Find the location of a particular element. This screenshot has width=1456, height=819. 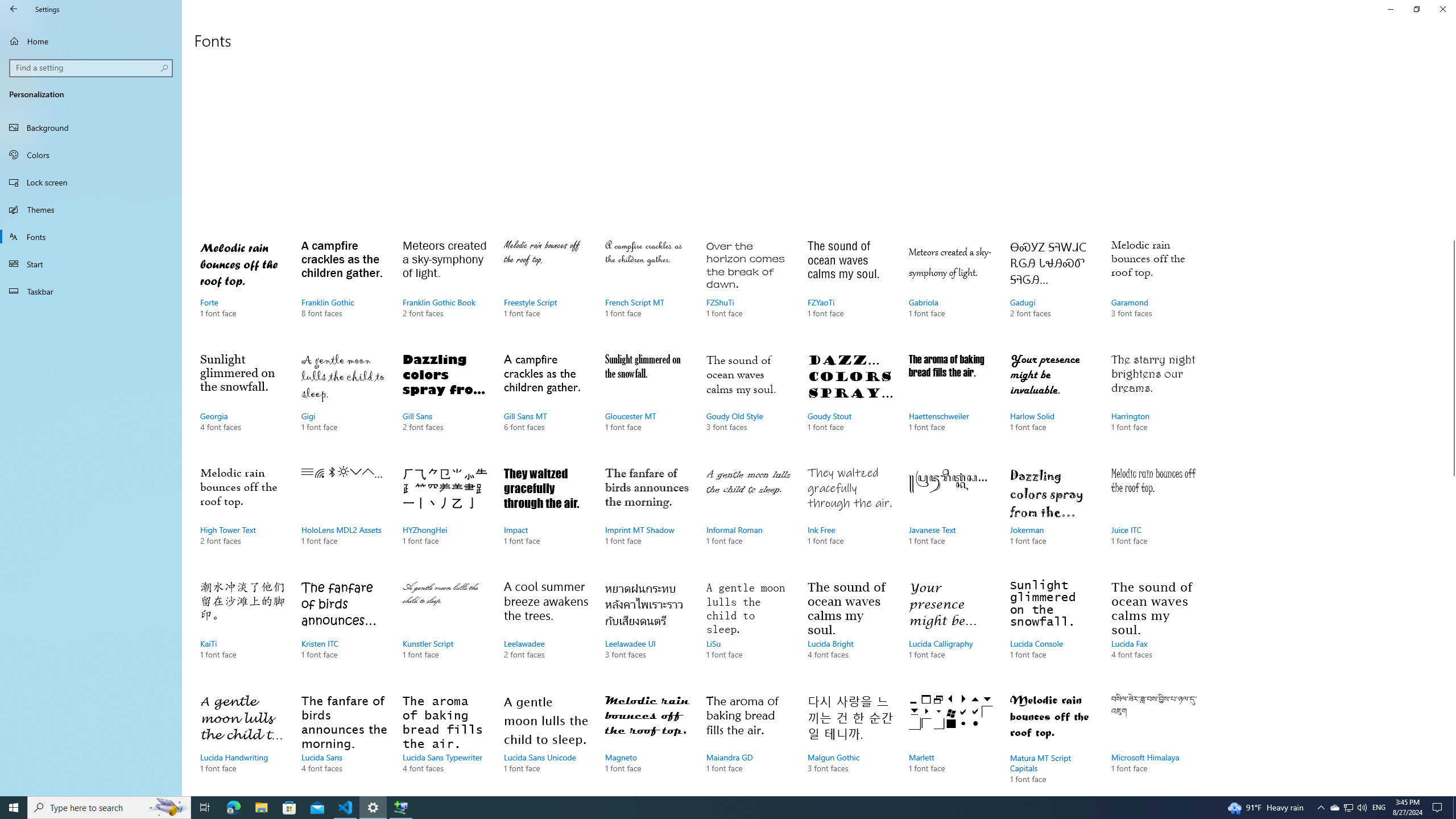

'Microsoft Store' is located at coordinates (289, 806).